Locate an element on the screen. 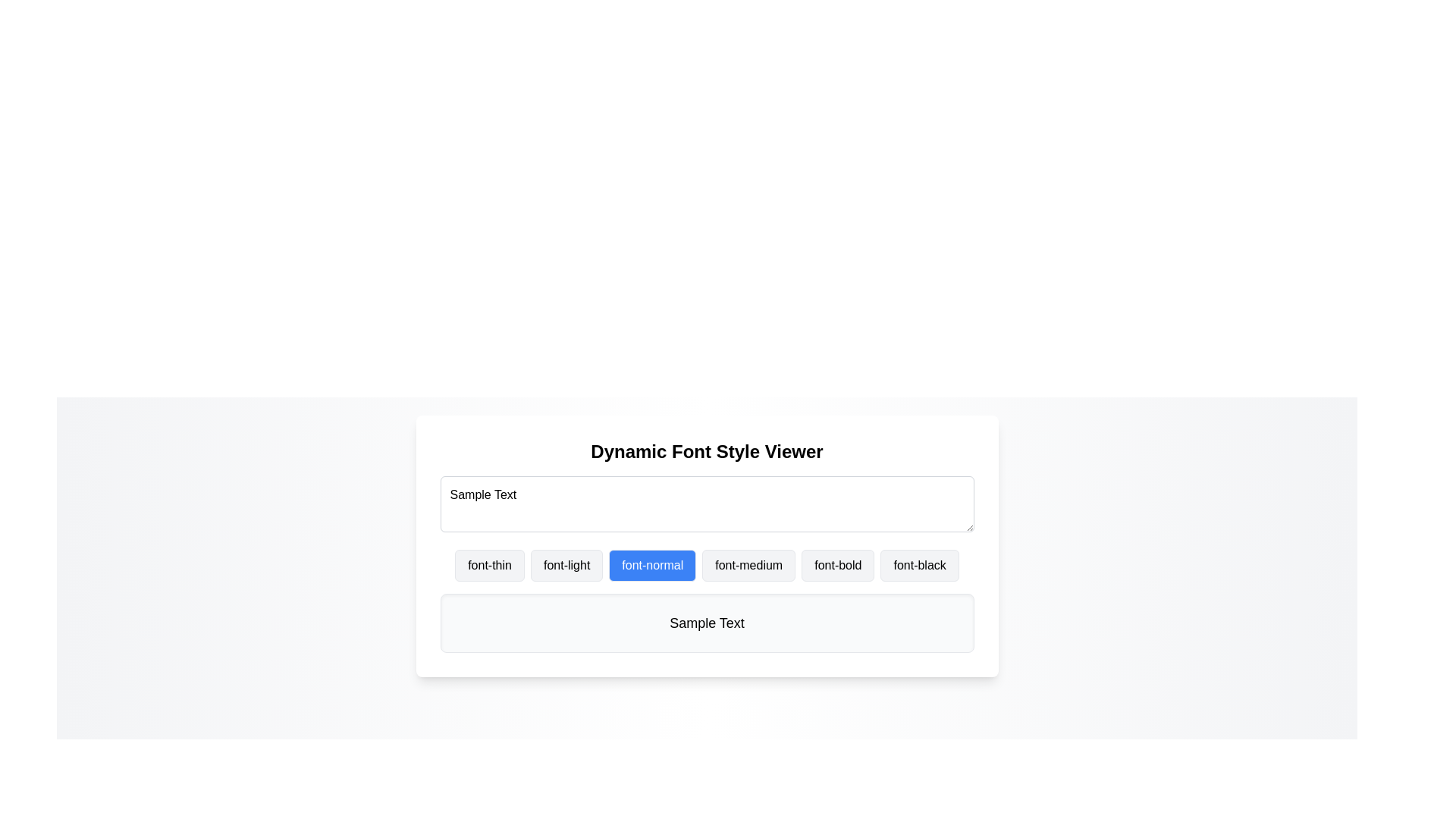 The height and width of the screenshot is (819, 1456). the second button from the left in a row of six buttons that applies a 'font-light' style to the text is located at coordinates (566, 565).